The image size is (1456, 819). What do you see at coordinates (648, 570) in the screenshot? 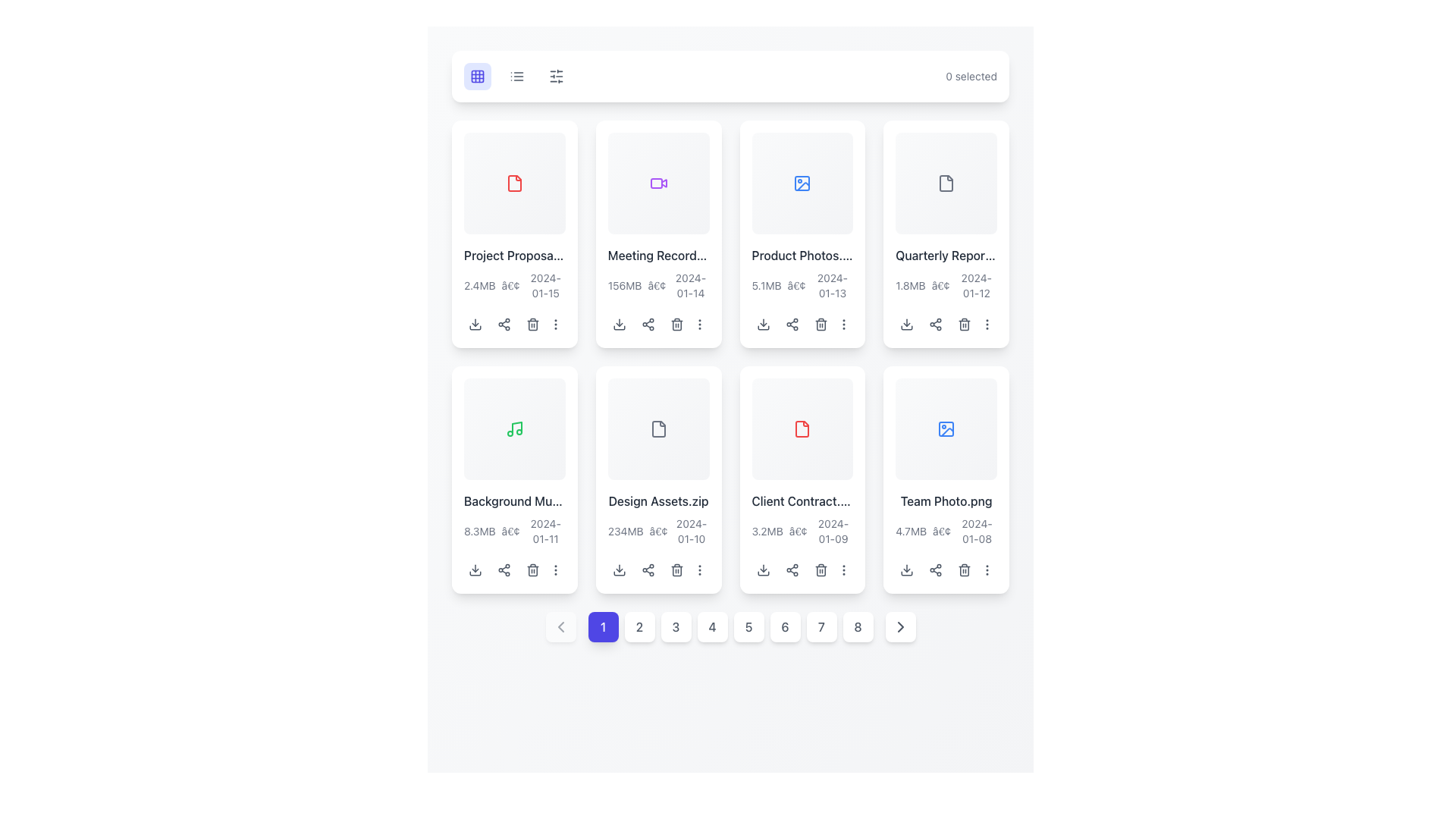
I see `the icon button located in the second row, second column of the grid layout within the 'Design Assets.zip' file thumbnail to initiate the sharing process` at bounding box center [648, 570].